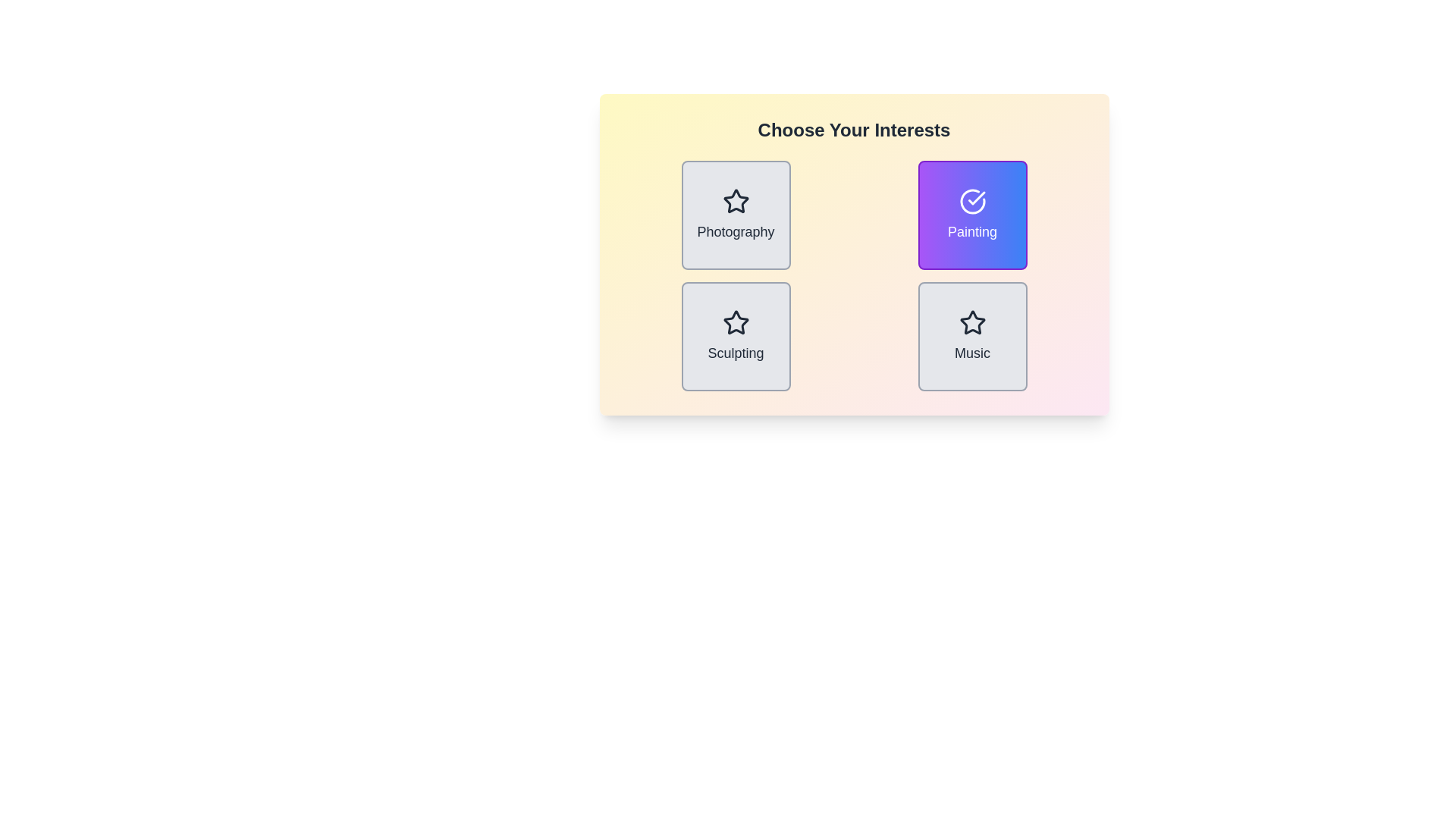 The width and height of the screenshot is (1456, 819). I want to click on the item Photography to observe its visual feedback, so click(736, 215).